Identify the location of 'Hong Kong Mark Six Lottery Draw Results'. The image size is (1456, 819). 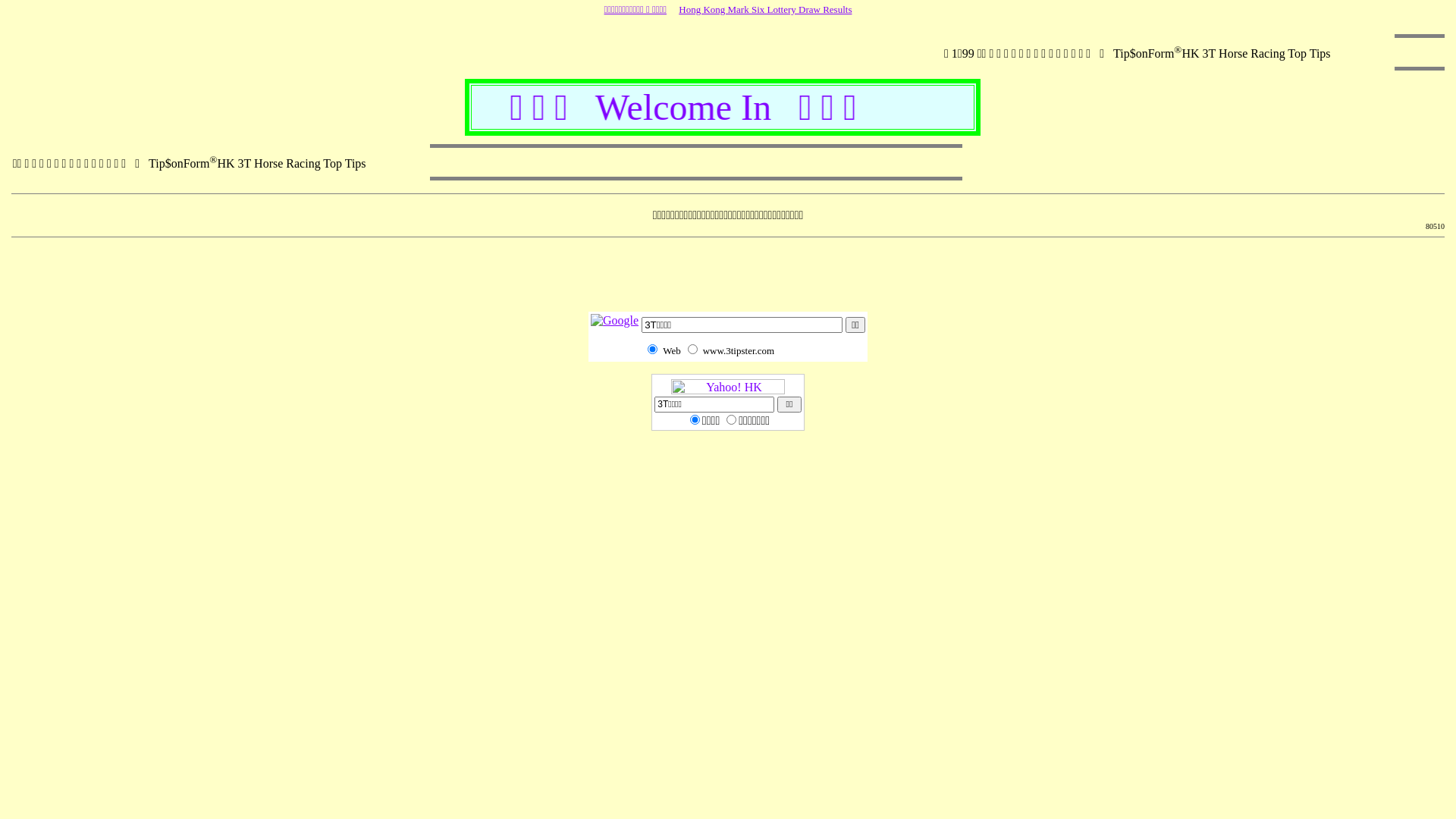
(764, 9).